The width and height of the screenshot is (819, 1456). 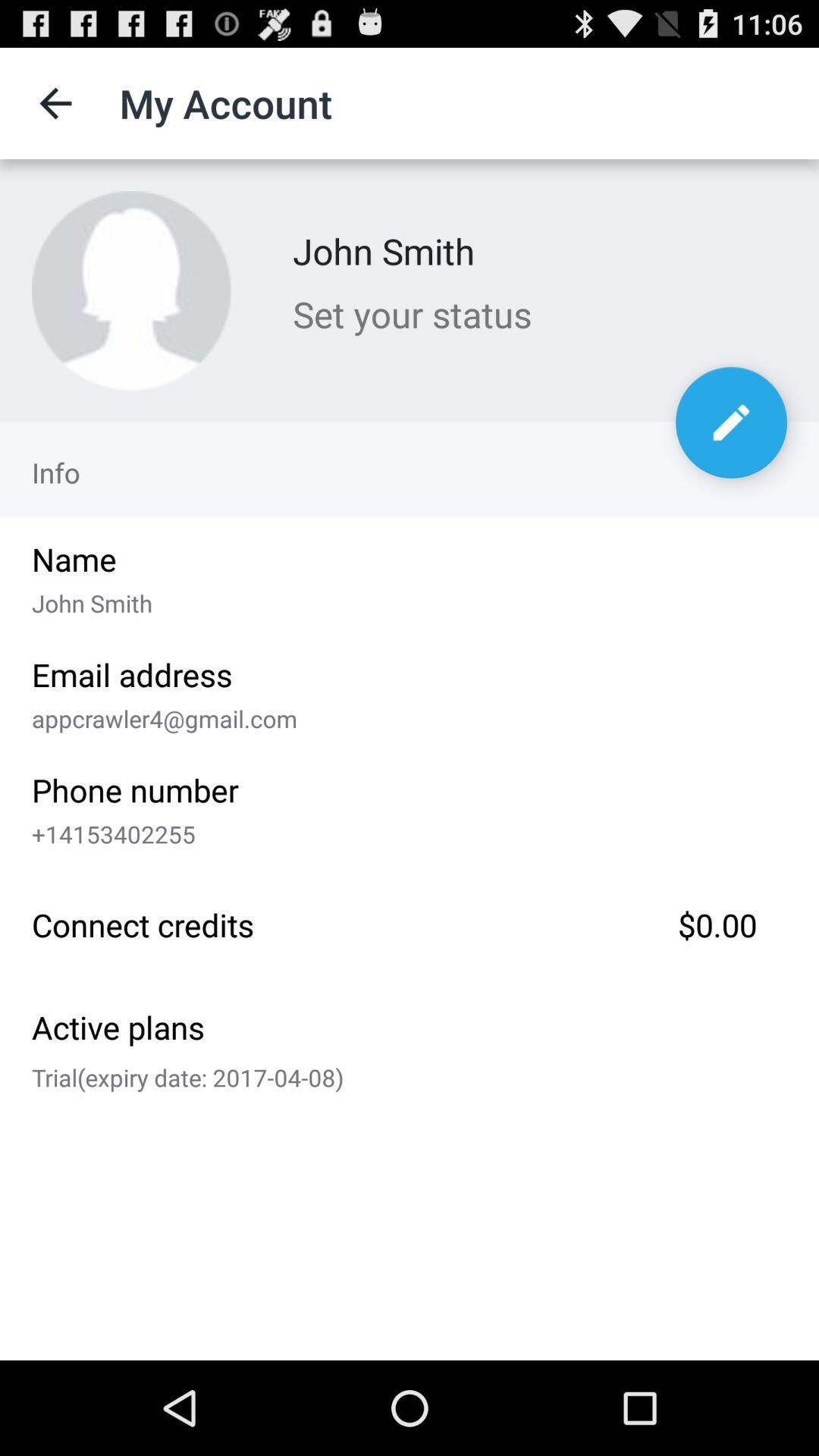 I want to click on remark, so click(x=730, y=422).